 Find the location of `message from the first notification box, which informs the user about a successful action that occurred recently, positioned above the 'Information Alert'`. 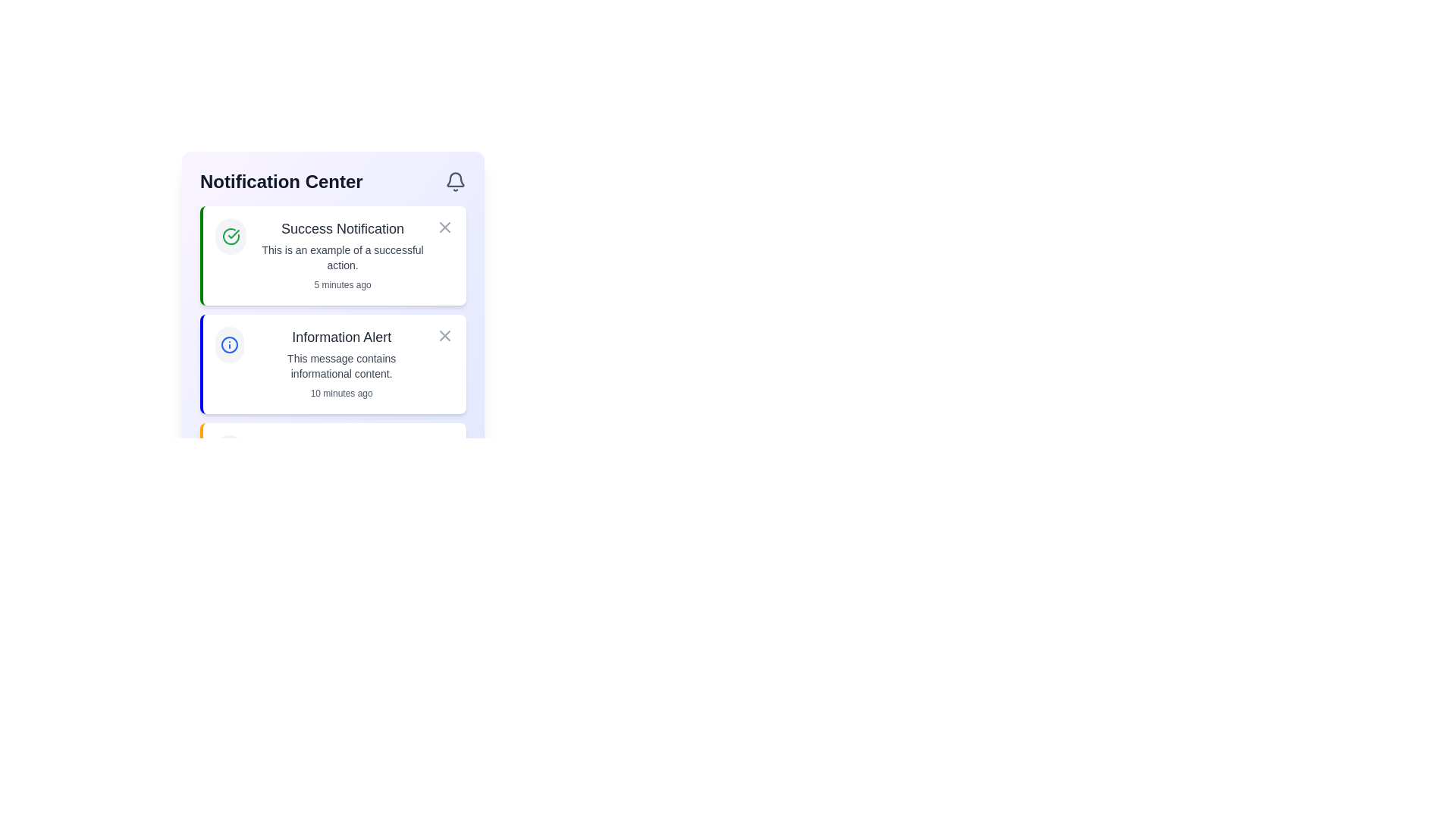

message from the first notification box, which informs the user about a successful action that occurred recently, positioned above the 'Information Alert' is located at coordinates (332, 255).